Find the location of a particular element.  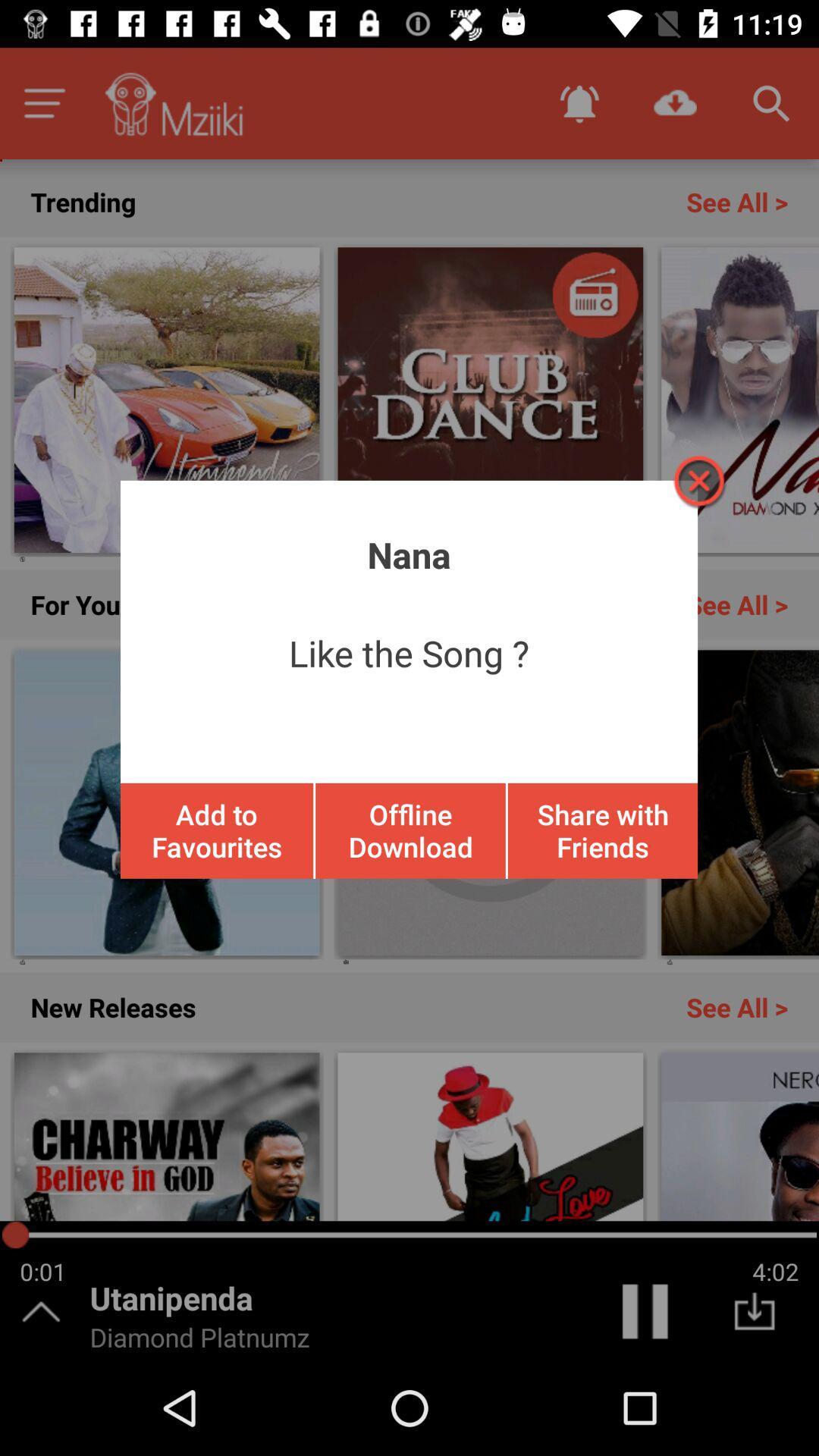

the icon below the like the song ? item is located at coordinates (217, 830).